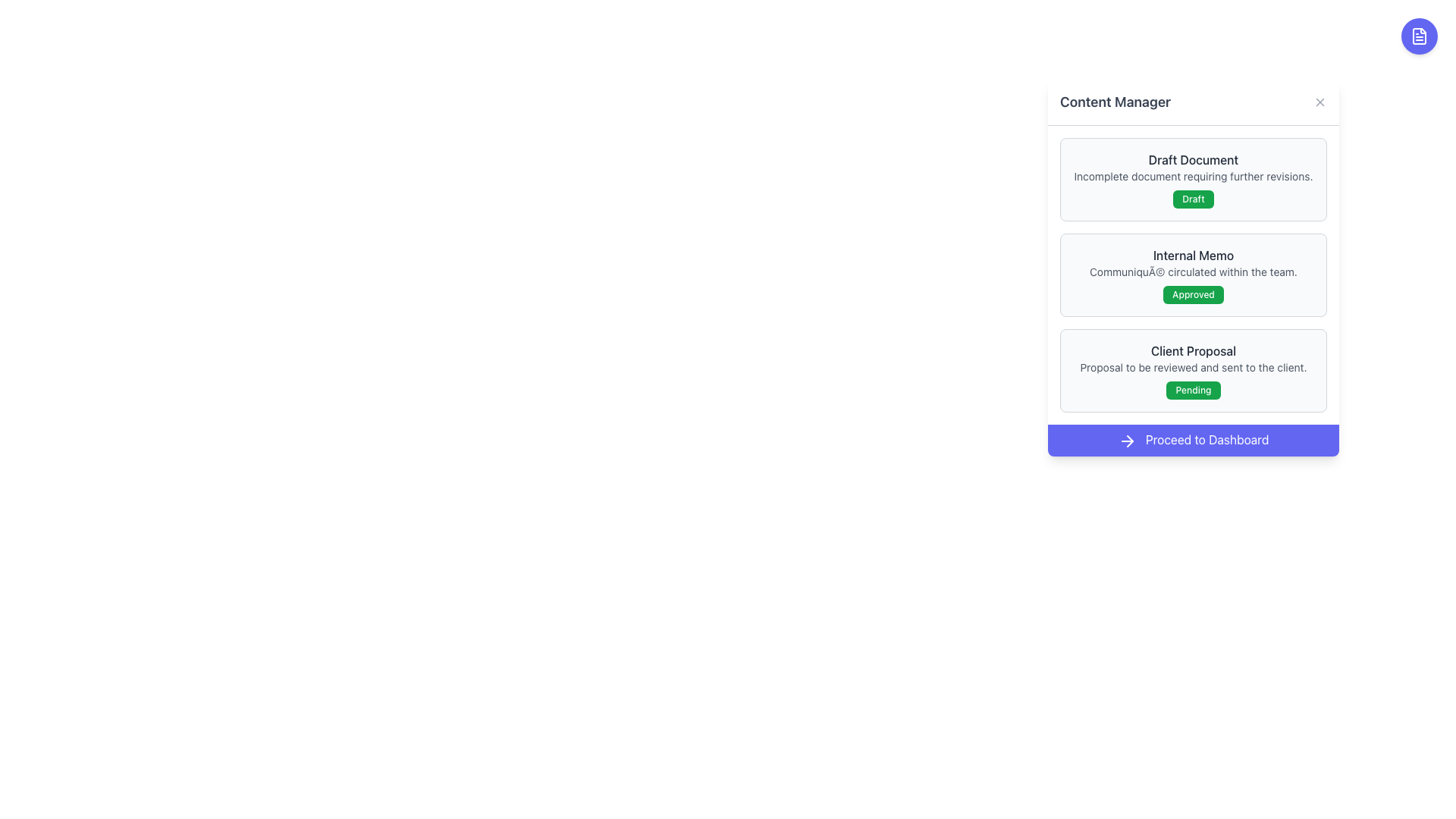 The height and width of the screenshot is (819, 1456). What do you see at coordinates (1419, 35) in the screenshot?
I see `the file icon with text lines inside, which is located centrally within a circular purple button at the top-right corner of the interface` at bounding box center [1419, 35].